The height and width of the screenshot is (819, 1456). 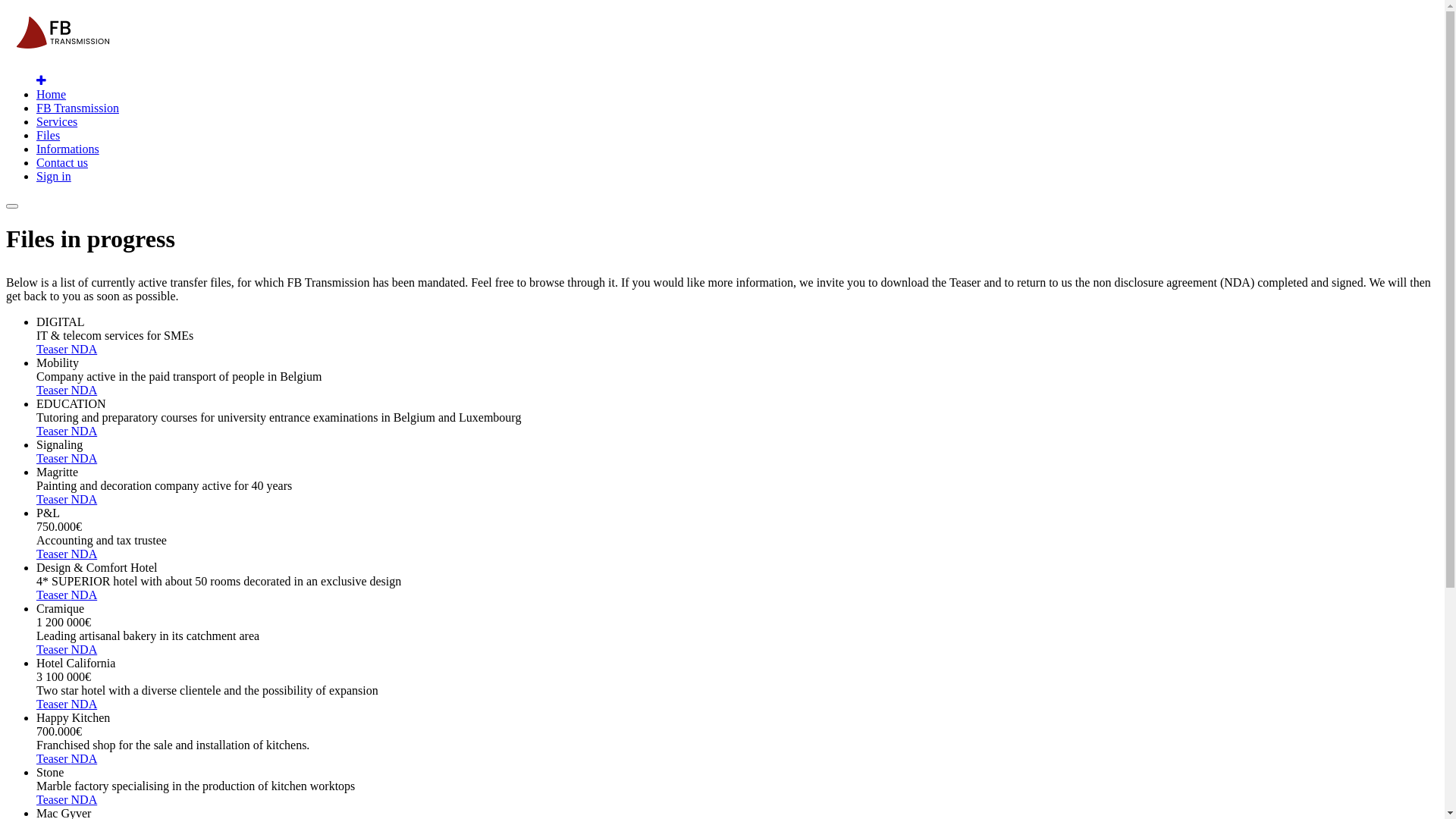 What do you see at coordinates (83, 389) in the screenshot?
I see `'NDA'` at bounding box center [83, 389].